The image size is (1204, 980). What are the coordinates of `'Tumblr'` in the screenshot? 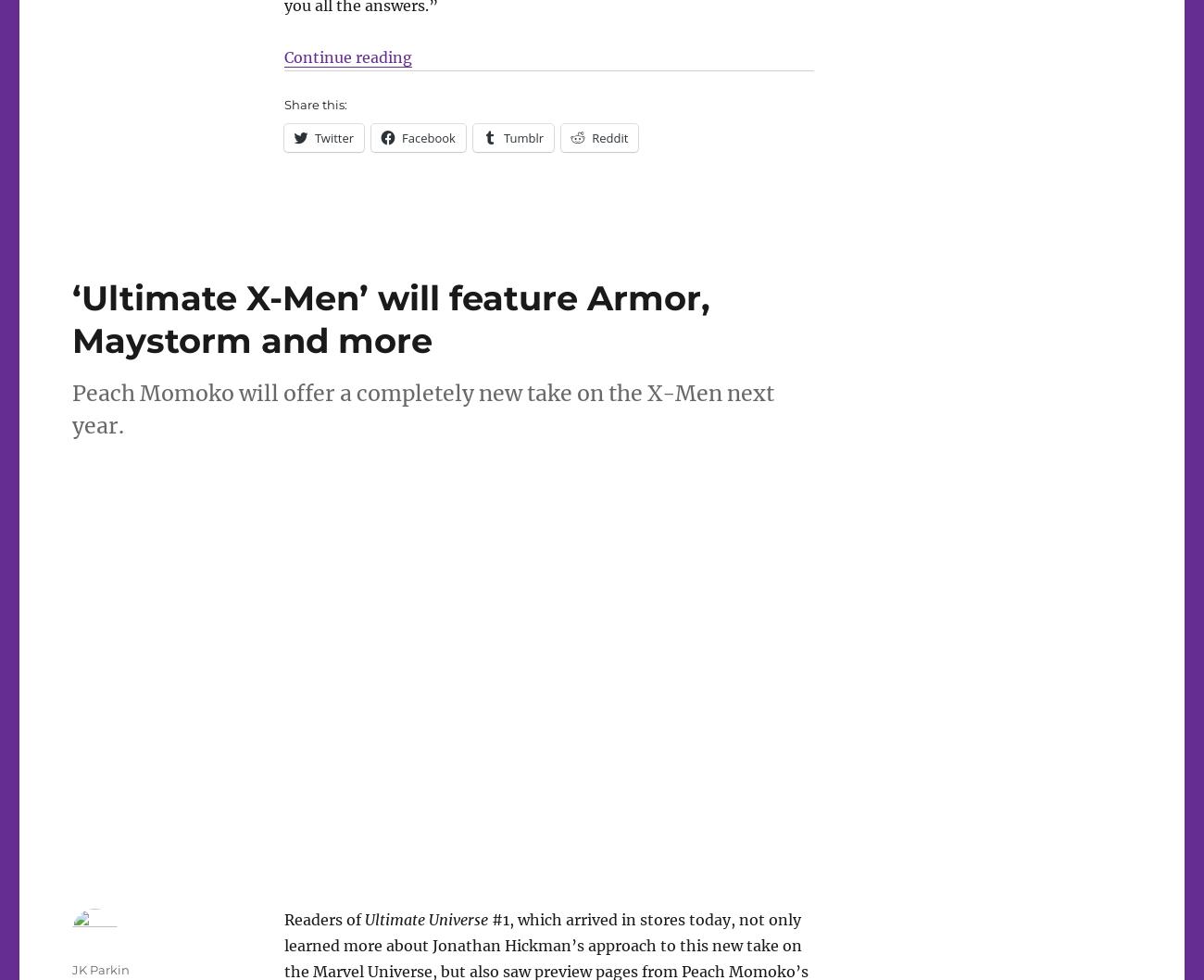 It's located at (521, 136).